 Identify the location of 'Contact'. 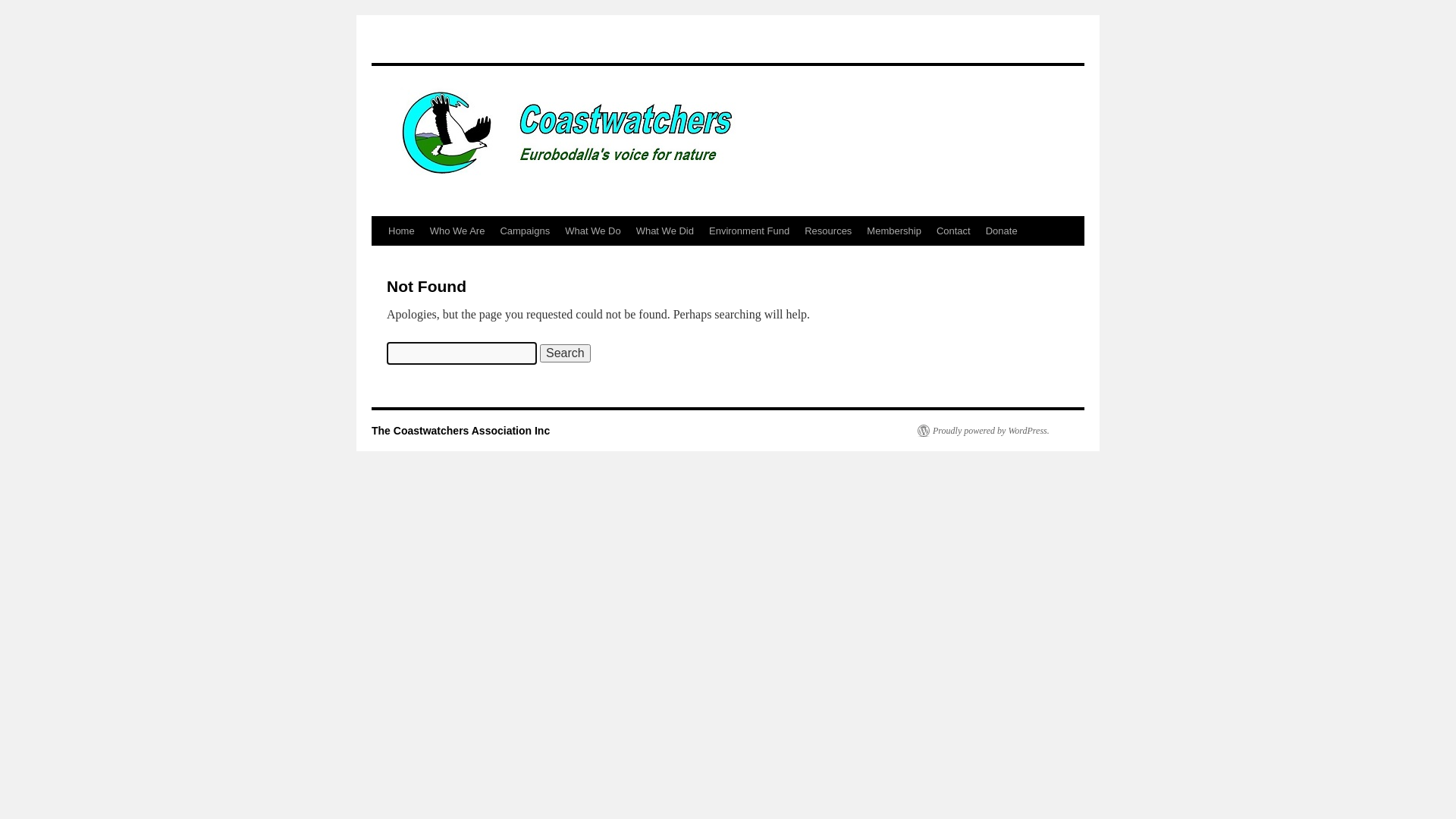
(952, 231).